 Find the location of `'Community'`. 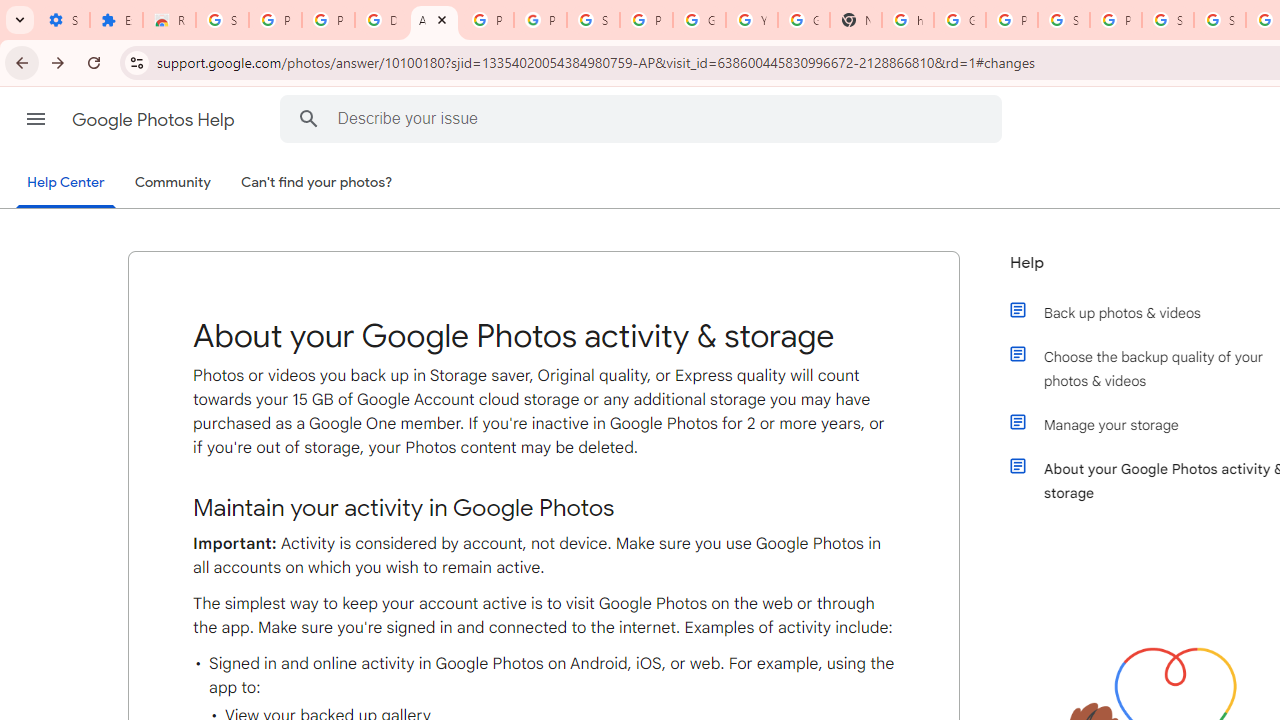

'Community' is located at coordinates (172, 183).